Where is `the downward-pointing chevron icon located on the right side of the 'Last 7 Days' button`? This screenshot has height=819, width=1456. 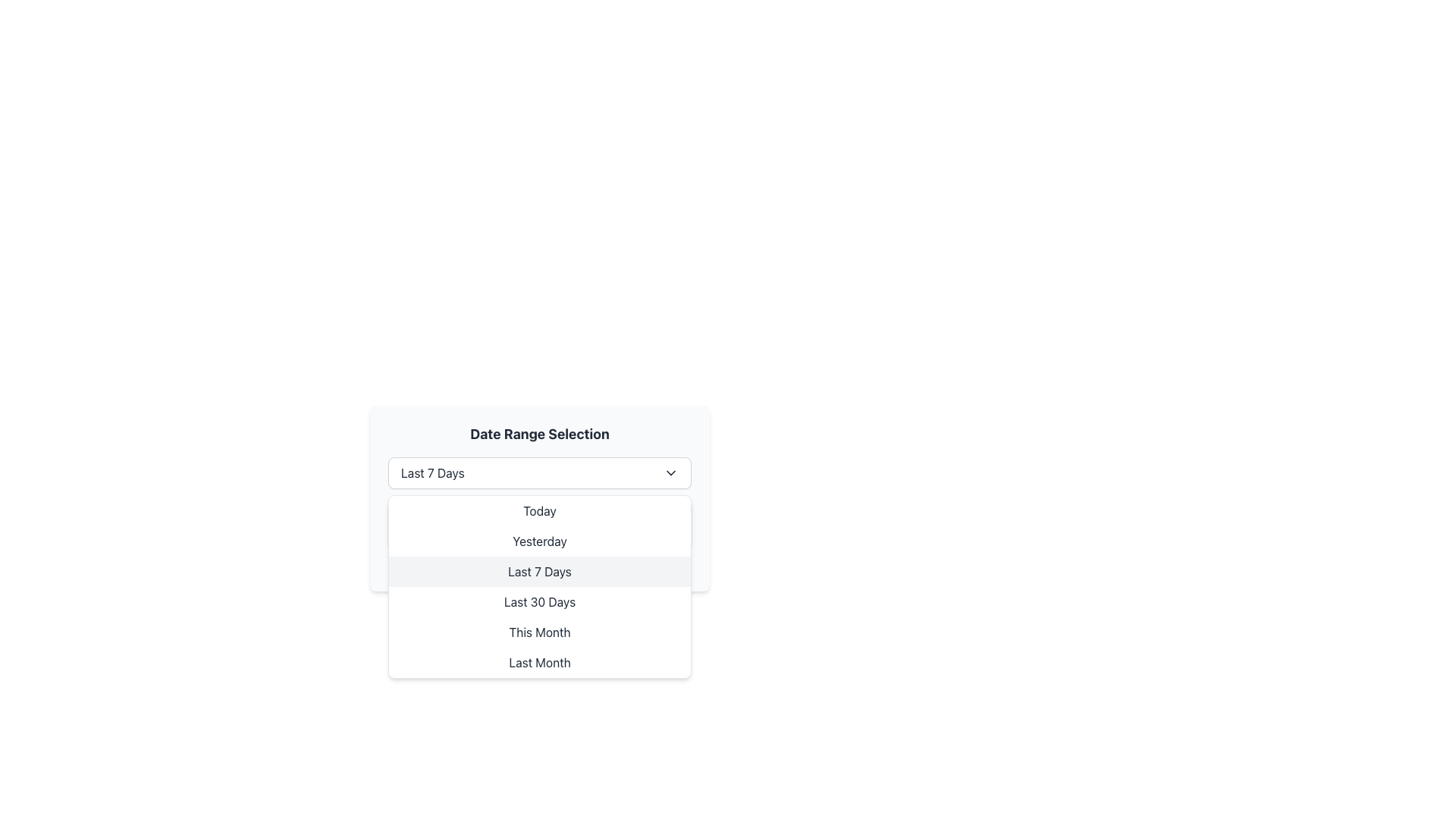 the downward-pointing chevron icon located on the right side of the 'Last 7 Days' button is located at coordinates (670, 472).